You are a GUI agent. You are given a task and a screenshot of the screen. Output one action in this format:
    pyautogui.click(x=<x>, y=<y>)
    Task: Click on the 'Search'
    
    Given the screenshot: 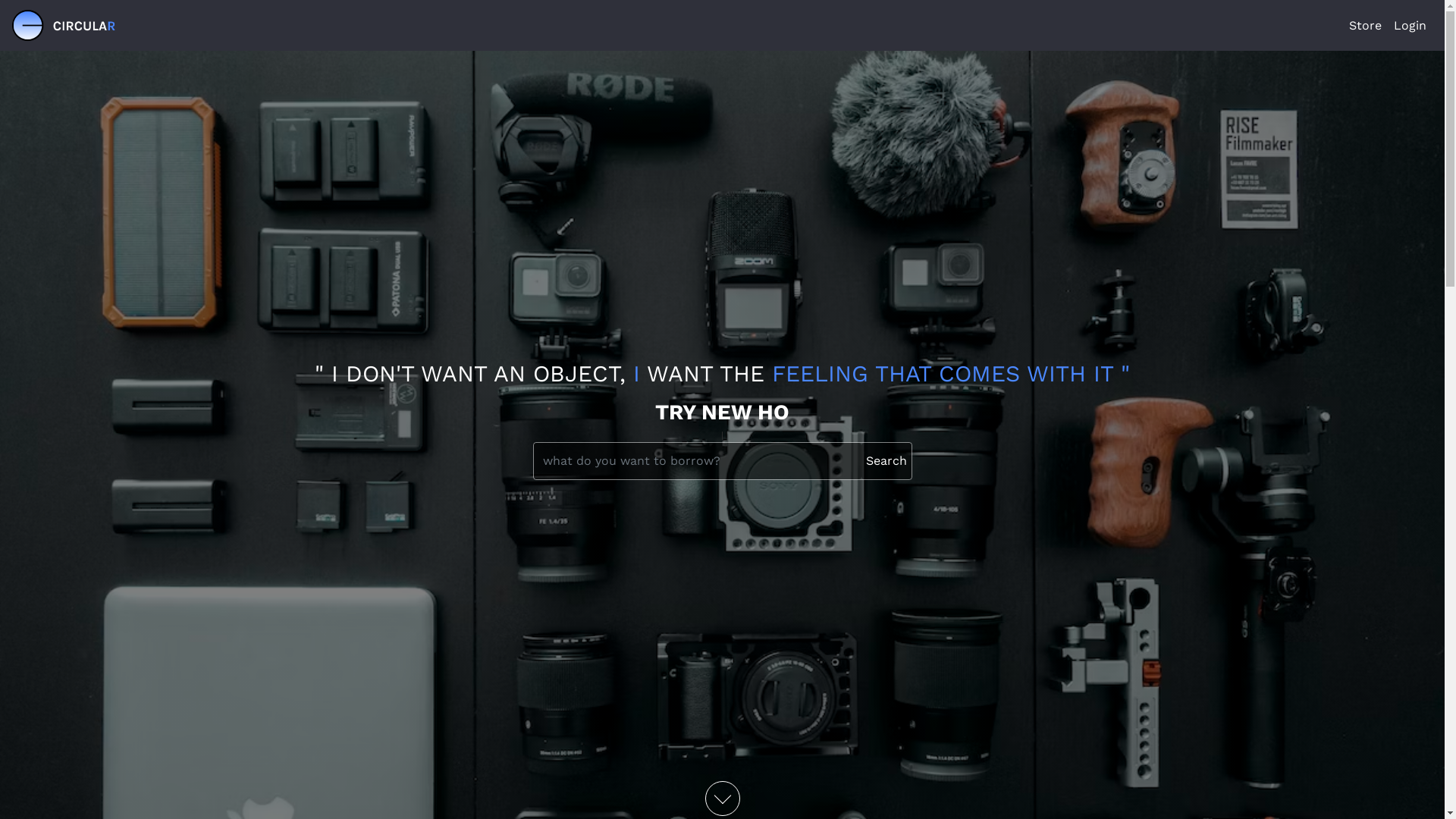 What is the action you would take?
    pyautogui.click(x=886, y=460)
    